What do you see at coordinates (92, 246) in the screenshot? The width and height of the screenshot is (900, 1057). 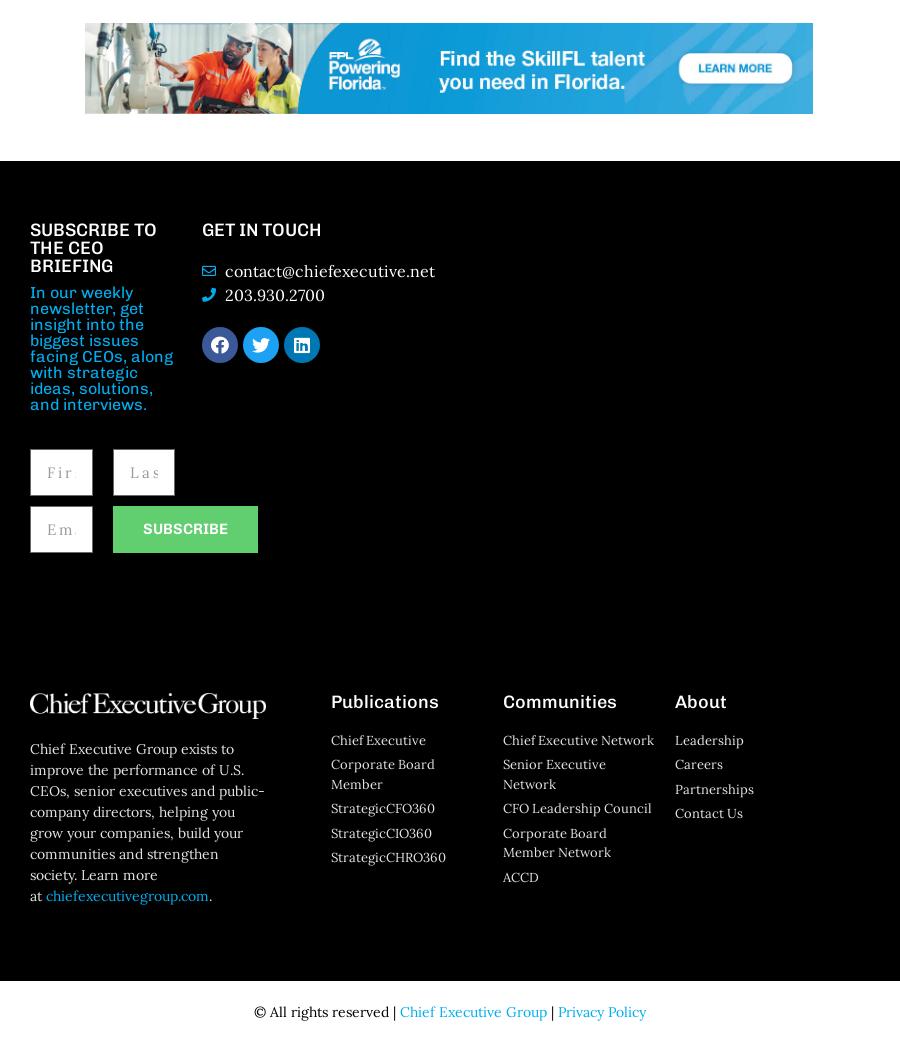 I see `'SUBSCRIBE TO THE CEO BRIEFING'` at bounding box center [92, 246].